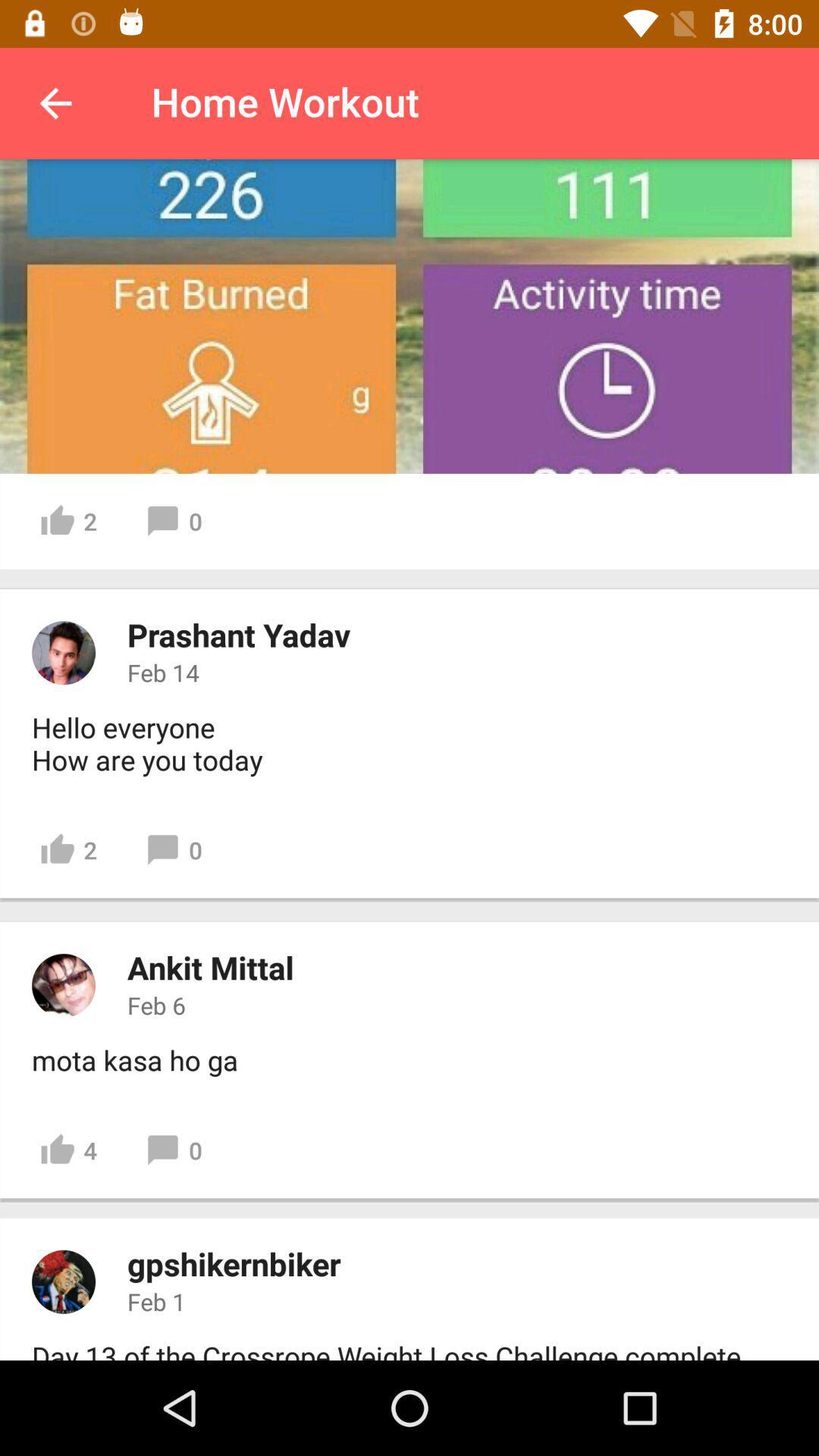 The width and height of the screenshot is (819, 1456). I want to click on users profile, so click(63, 1281).